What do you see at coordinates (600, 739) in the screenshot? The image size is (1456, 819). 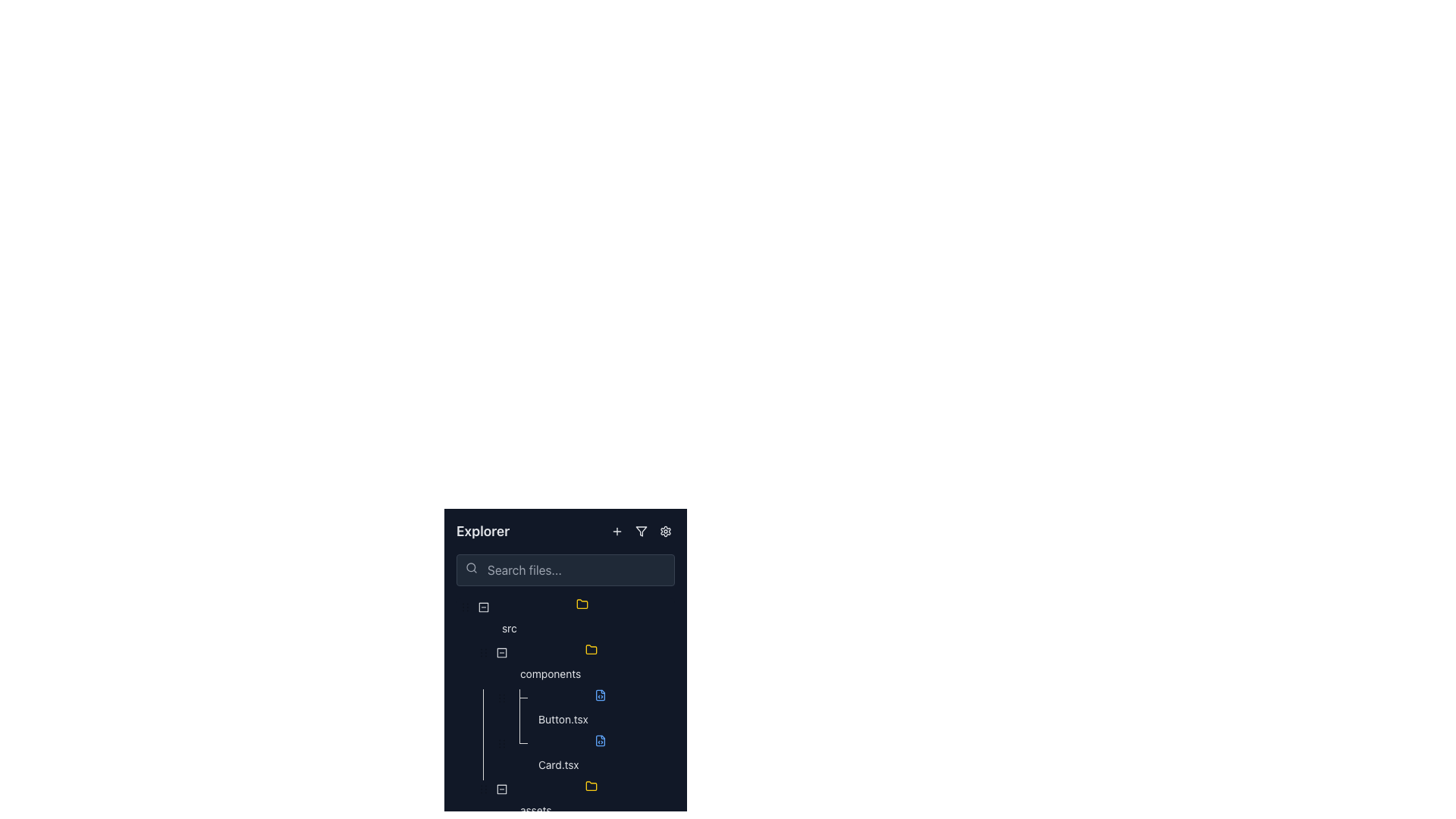 I see `the code file icon located beneath the 'components' entry in the file explorer interface` at bounding box center [600, 739].